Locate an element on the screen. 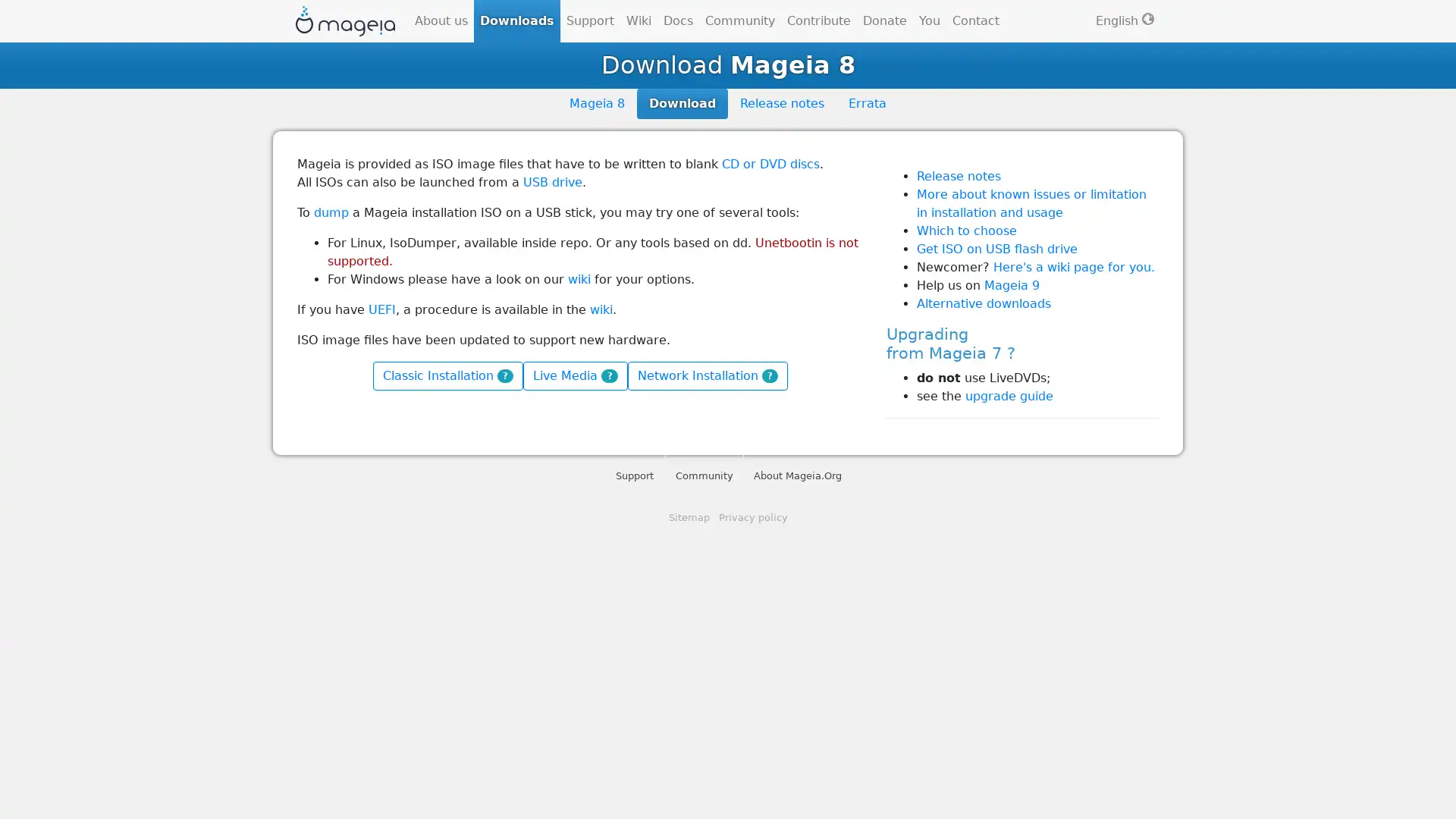 This screenshot has height=819, width=1456. ? is located at coordinates (505, 375).